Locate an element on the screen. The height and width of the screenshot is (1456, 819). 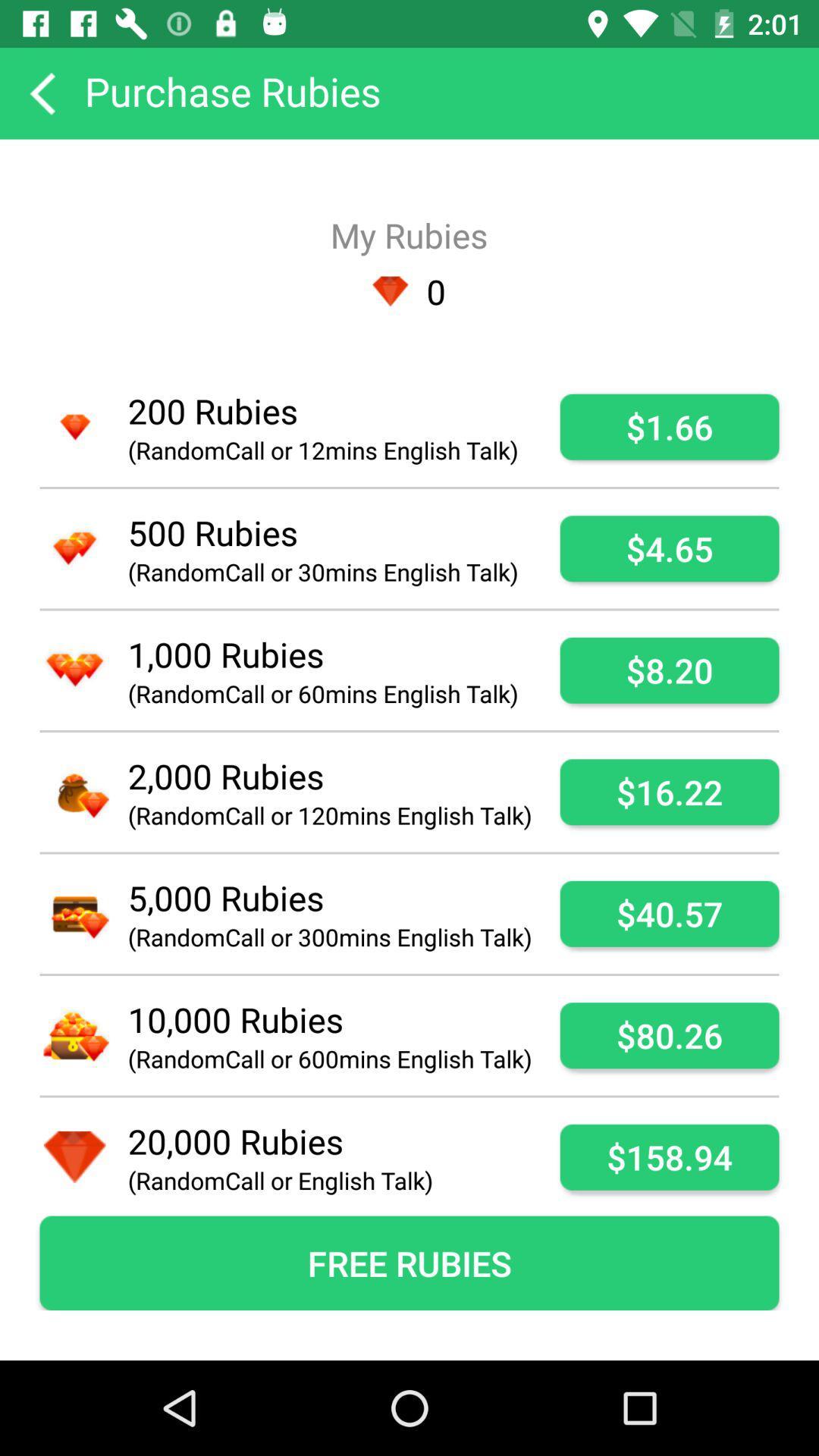
$80.26 item is located at coordinates (669, 1034).